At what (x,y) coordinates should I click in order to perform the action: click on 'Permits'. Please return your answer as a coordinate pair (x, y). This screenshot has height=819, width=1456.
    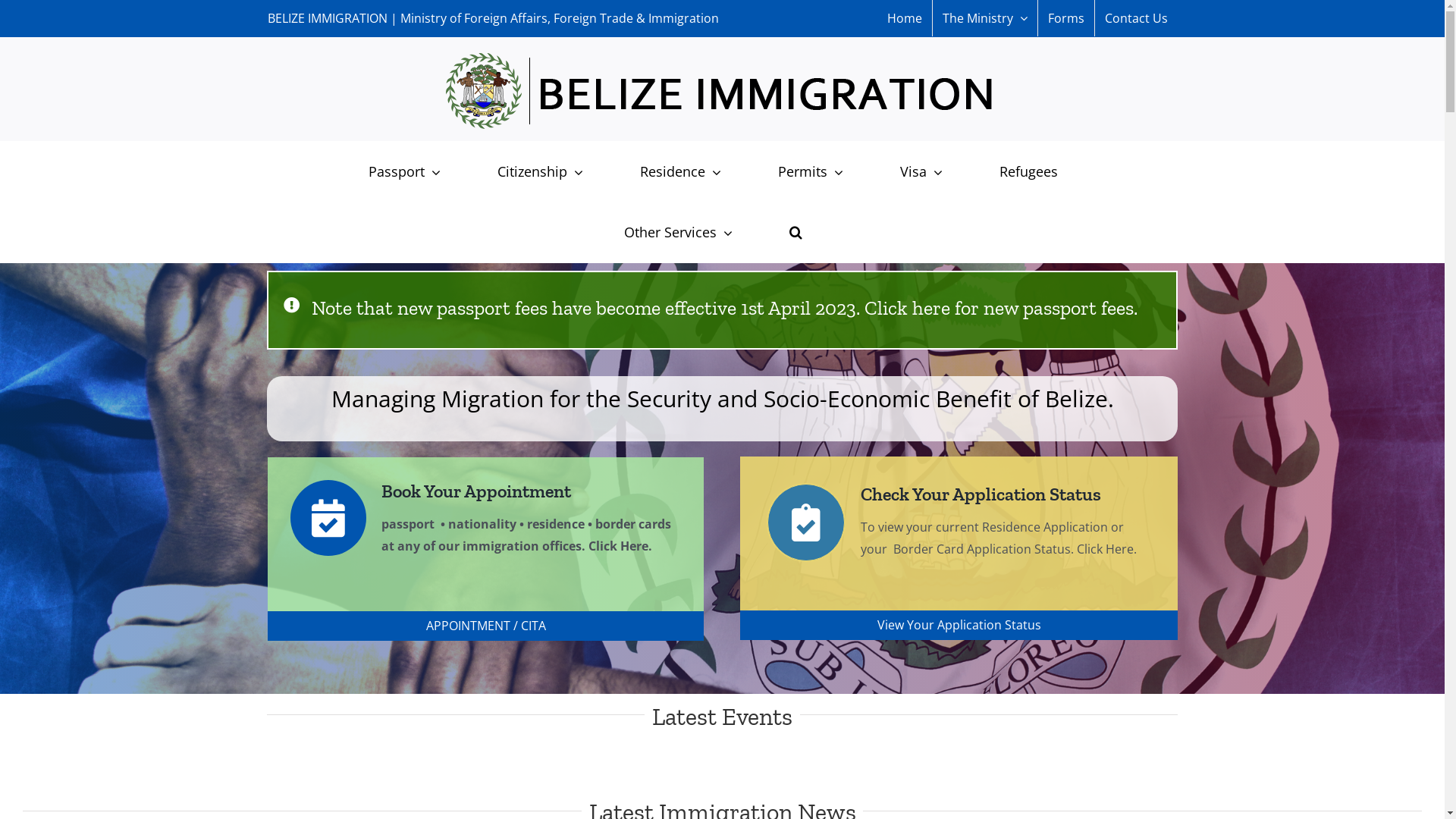
    Looking at the image, I should click on (809, 171).